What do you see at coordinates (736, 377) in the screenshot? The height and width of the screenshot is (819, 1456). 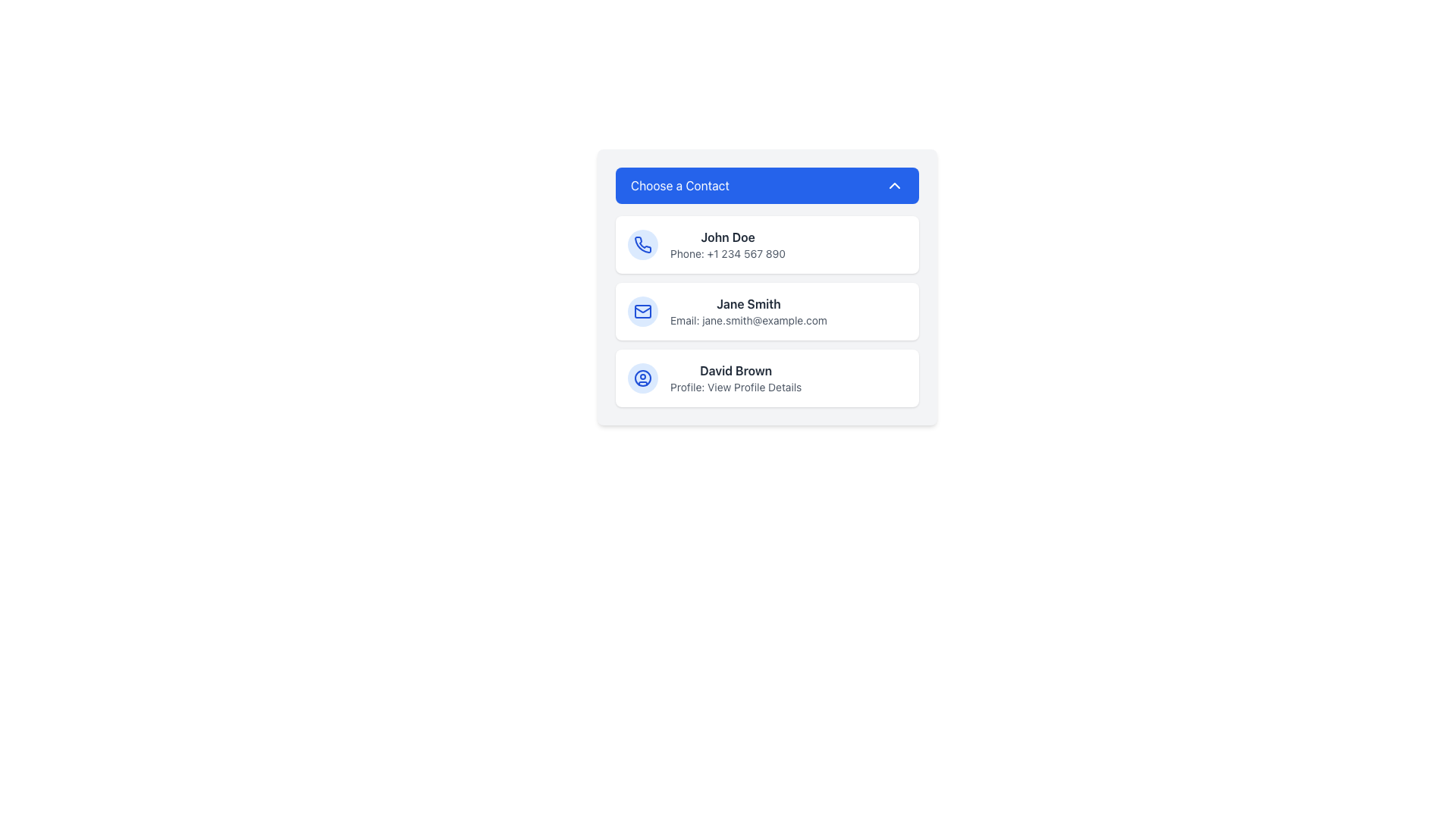 I see `the Text Display element that shows 'David Brown' and 'Profile: View Profile Details', which is the third item in the contact list` at bounding box center [736, 377].